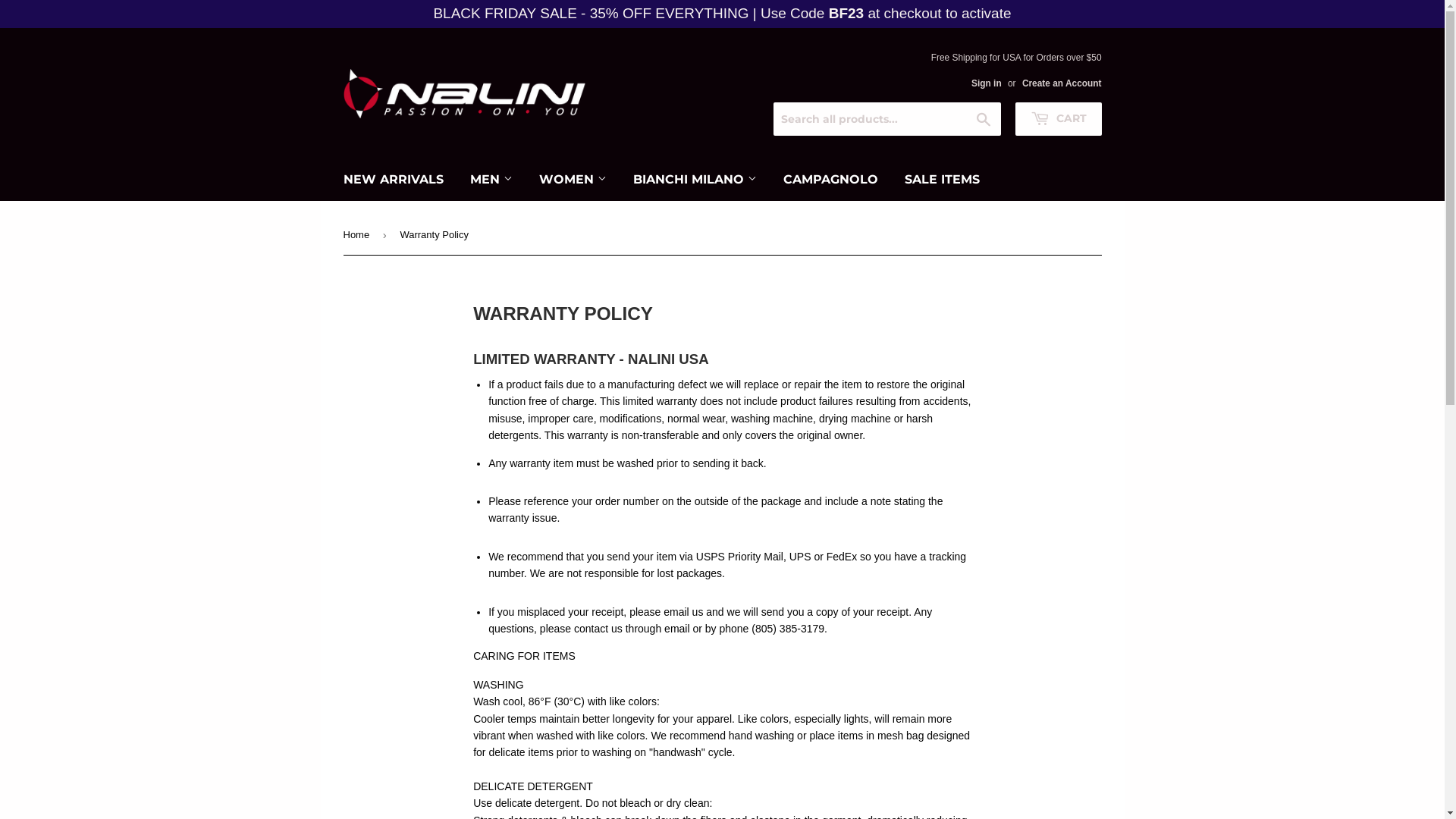  Describe the element at coordinates (986, 83) in the screenshot. I see `'Sign in'` at that location.